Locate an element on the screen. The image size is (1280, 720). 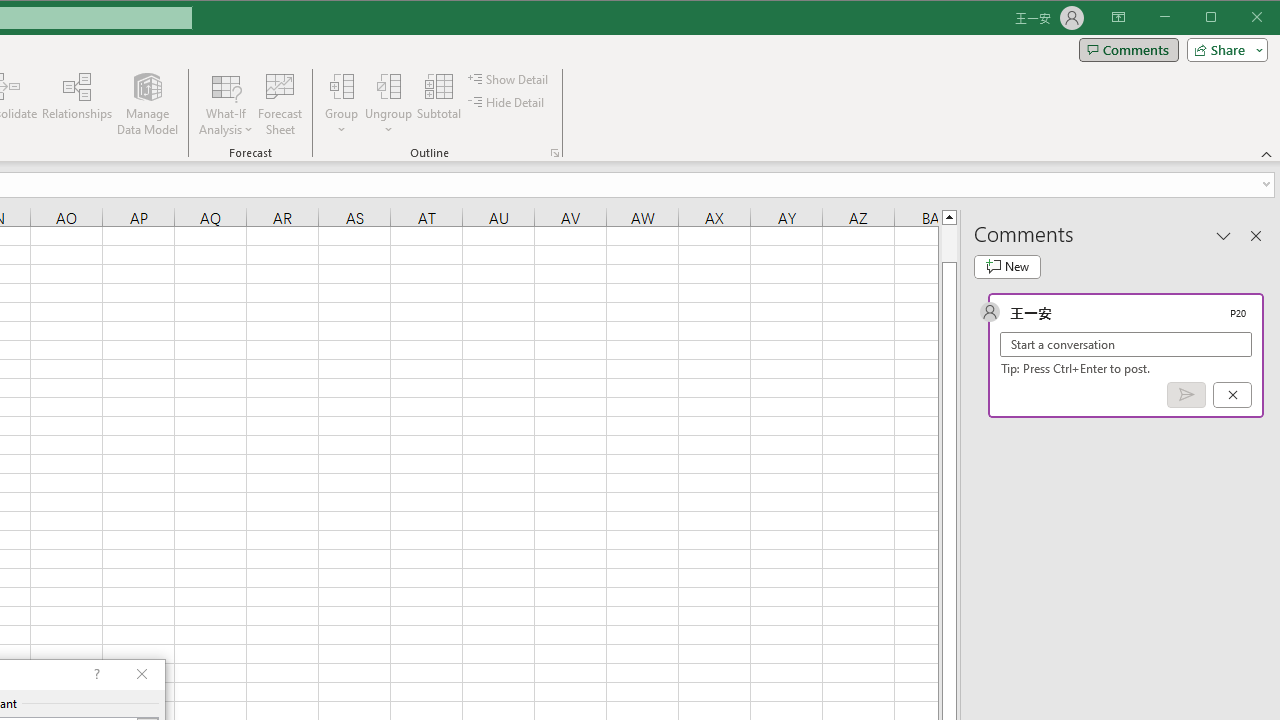
'Show Detail' is located at coordinates (509, 78).